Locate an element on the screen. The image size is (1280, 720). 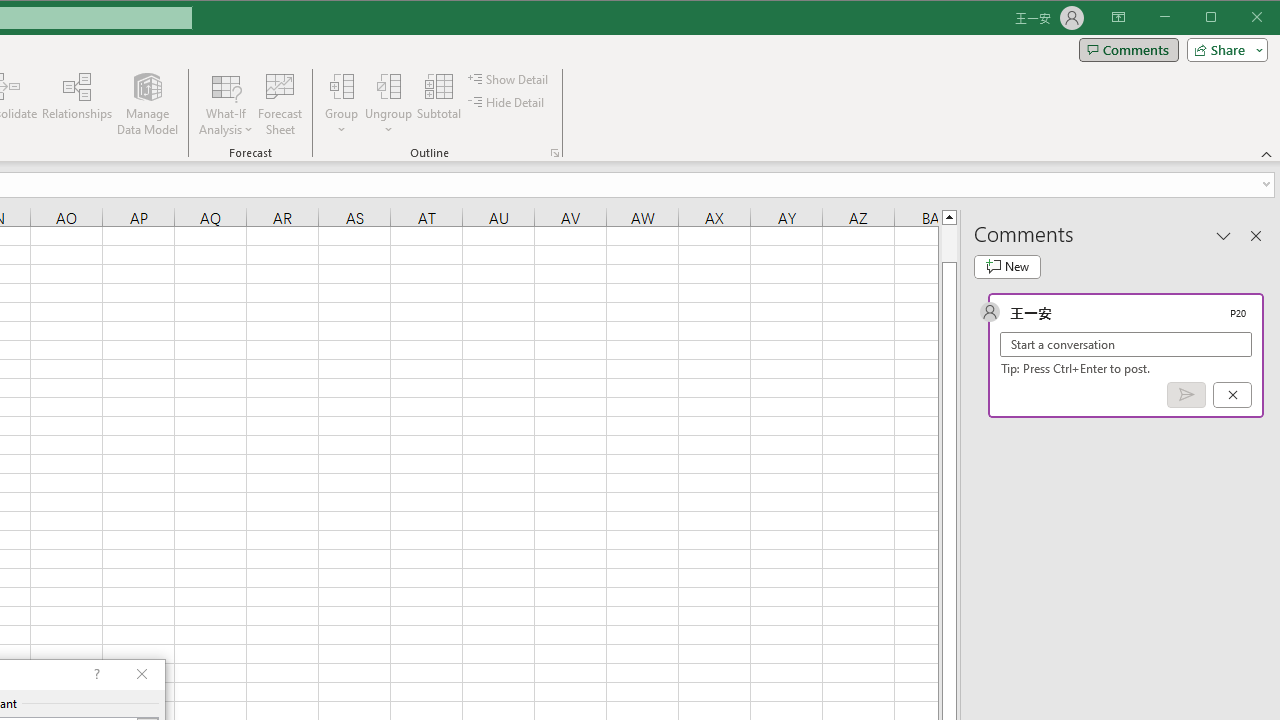
'Show Detail' is located at coordinates (509, 78).